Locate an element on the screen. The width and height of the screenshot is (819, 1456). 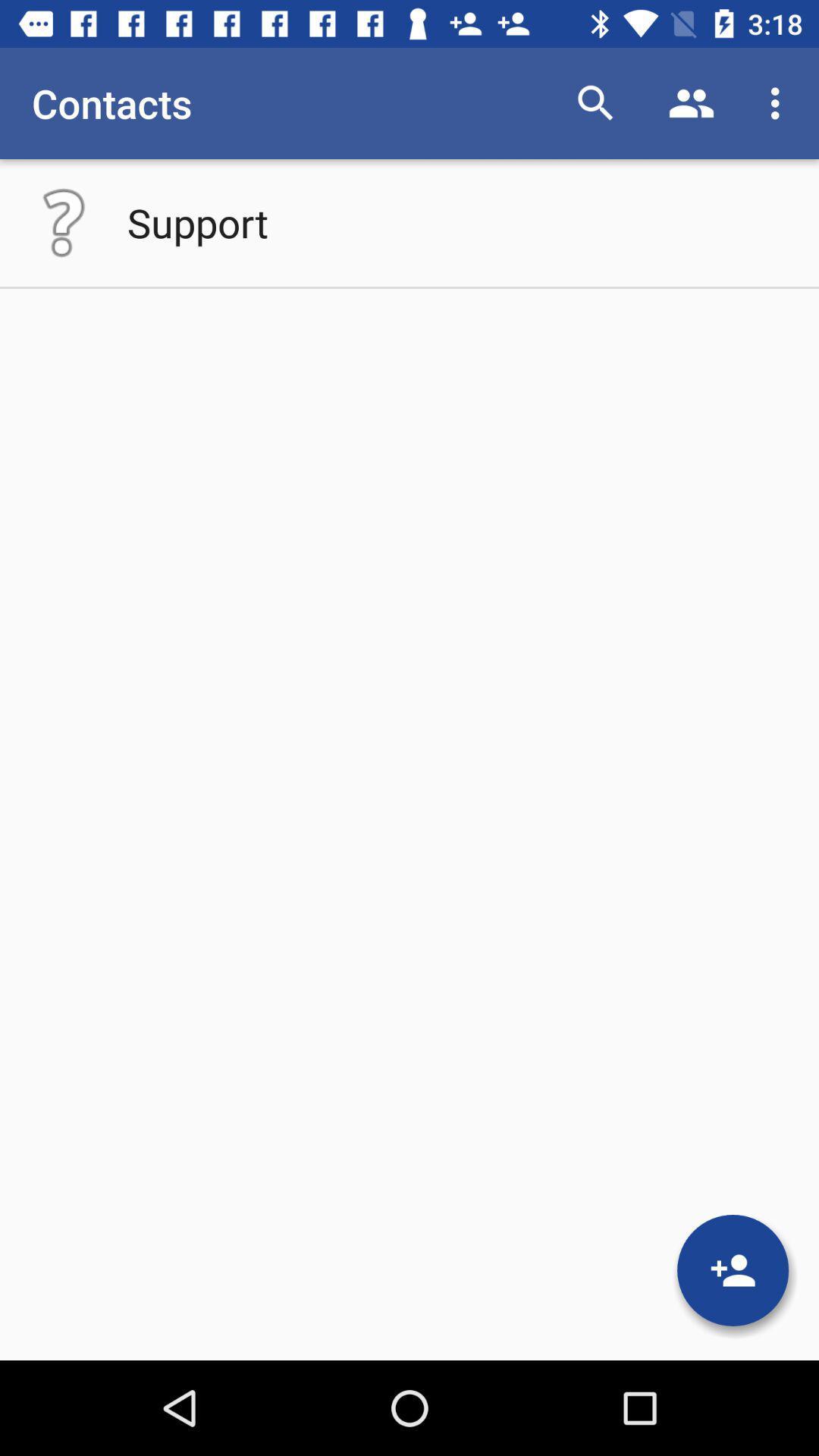
friend is located at coordinates (732, 1270).